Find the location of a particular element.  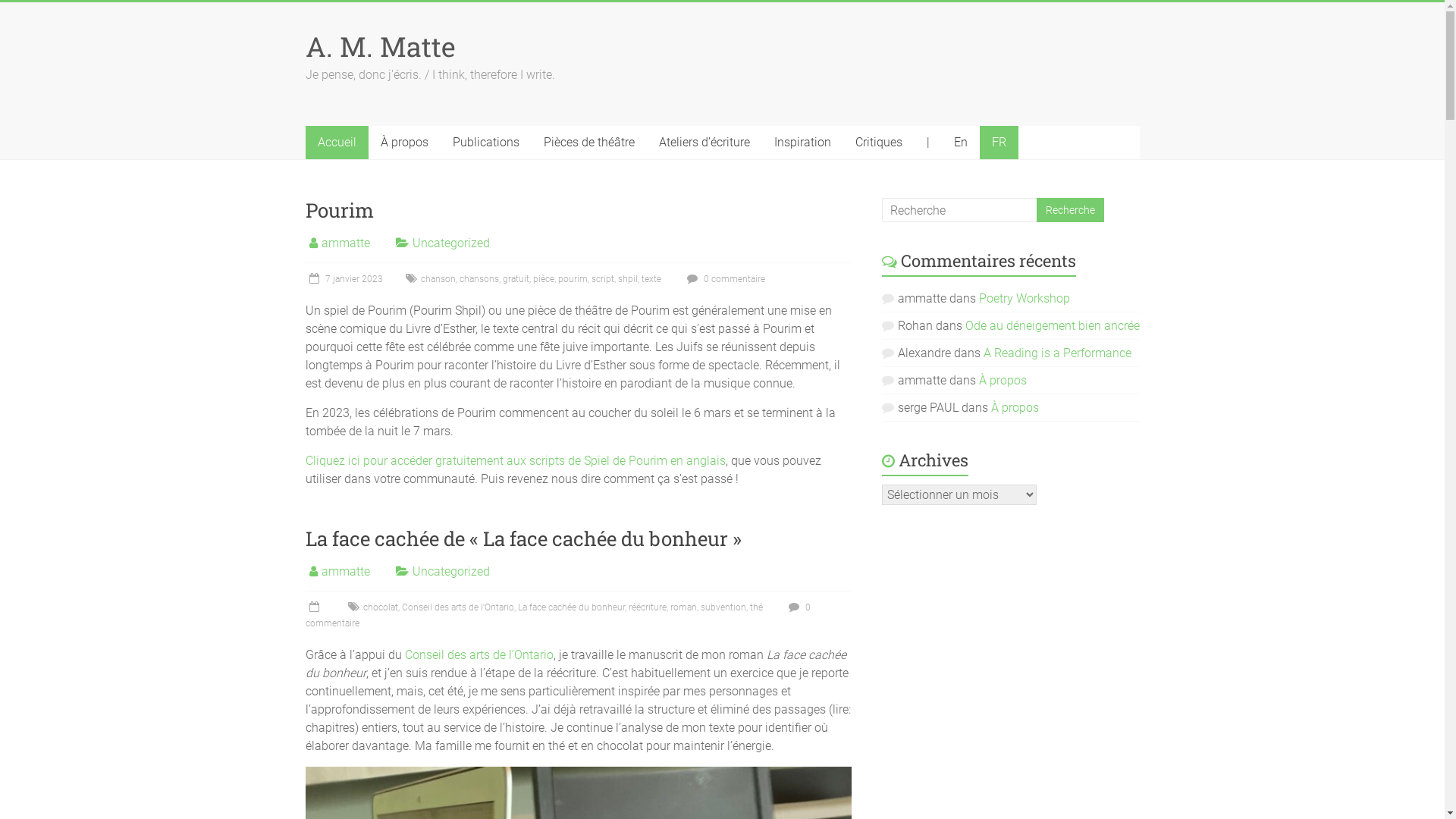

'shpil' is located at coordinates (626, 278).